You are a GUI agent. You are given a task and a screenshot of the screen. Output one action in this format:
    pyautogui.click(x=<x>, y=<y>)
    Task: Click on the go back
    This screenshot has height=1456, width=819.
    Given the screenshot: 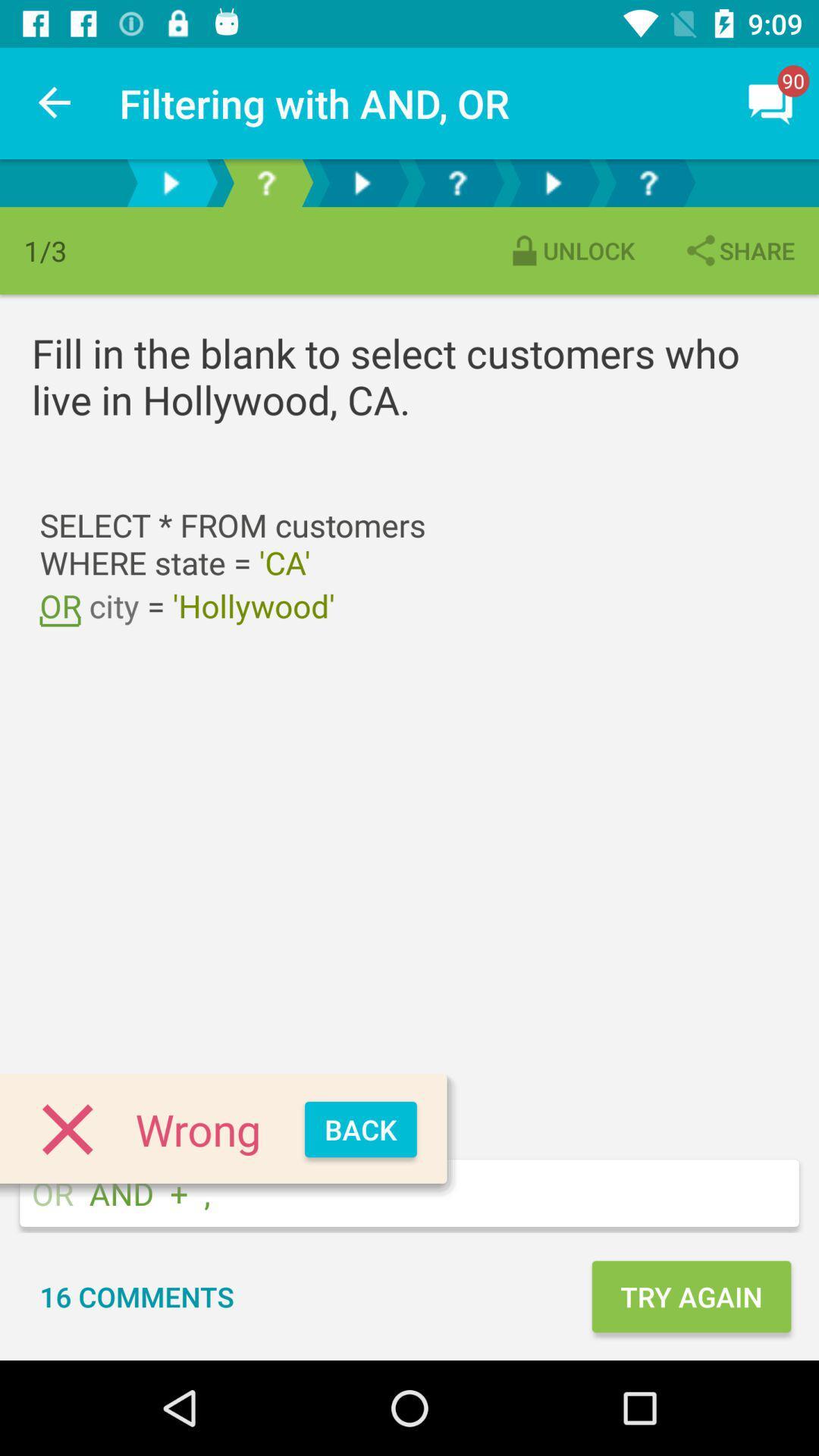 What is the action you would take?
    pyautogui.click(x=362, y=182)
    